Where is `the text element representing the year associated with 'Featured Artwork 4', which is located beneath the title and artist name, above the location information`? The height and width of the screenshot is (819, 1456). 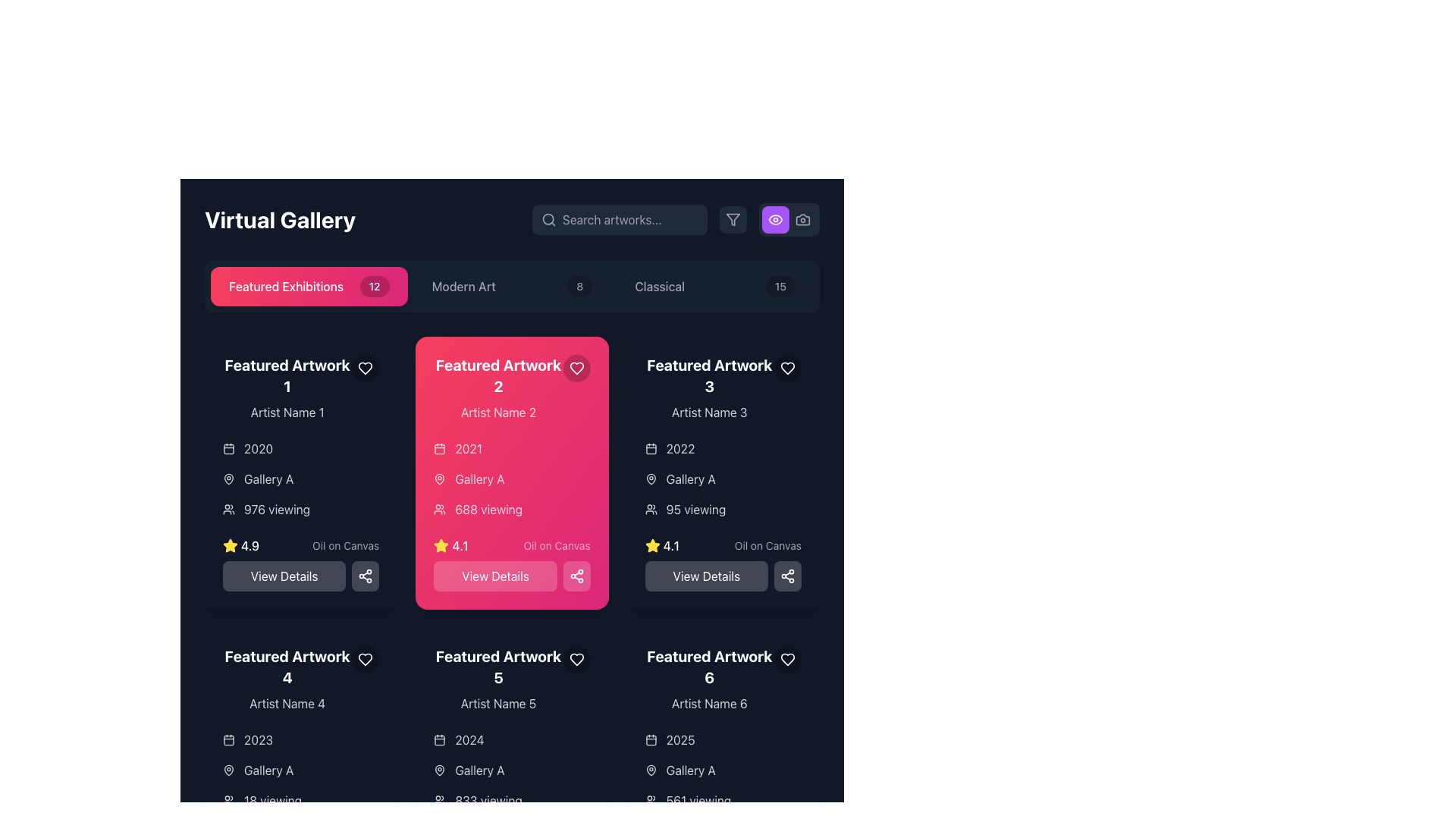 the text element representing the year associated with 'Featured Artwork 4', which is located beneath the title and artist name, above the location information is located at coordinates (301, 739).